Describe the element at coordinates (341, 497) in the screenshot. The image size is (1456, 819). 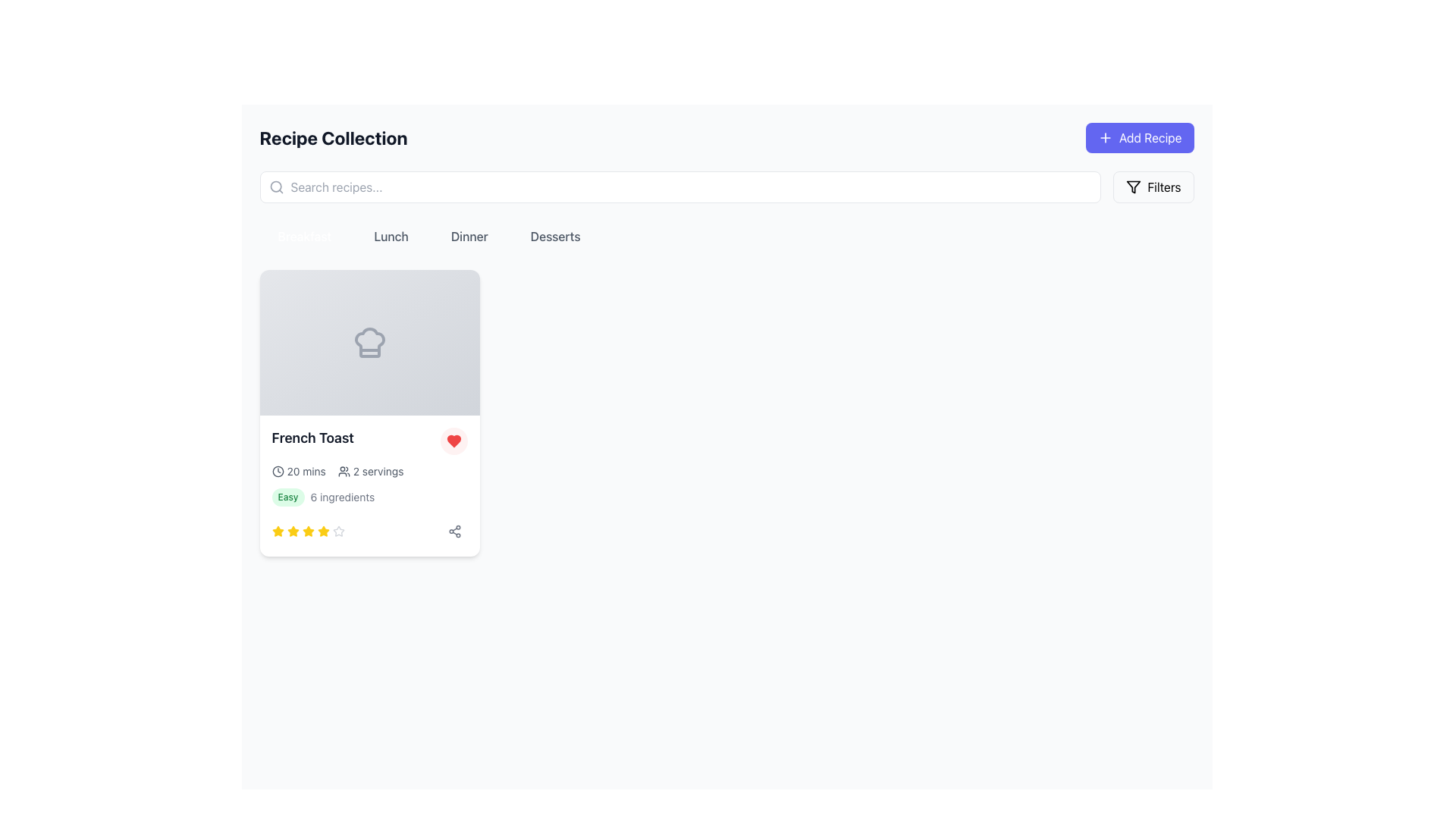
I see `the text label that reads '6 ingredients', which is part of the recipe details section located beneath the recipe title 'French Toast' and adjacent to the 'Easy' tag` at that location.